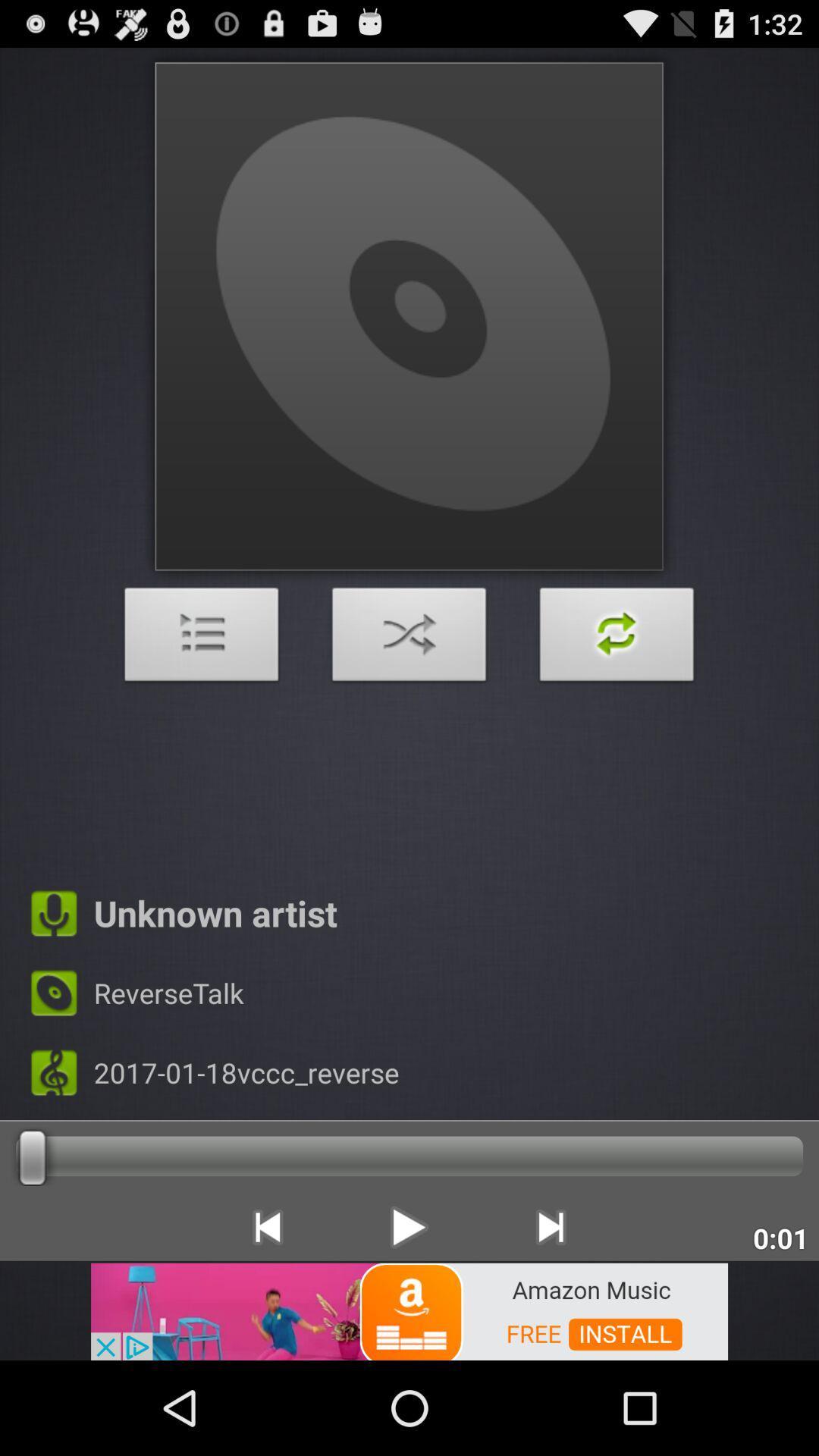 Image resolution: width=819 pixels, height=1456 pixels. What do you see at coordinates (617, 639) in the screenshot?
I see `refresh` at bounding box center [617, 639].